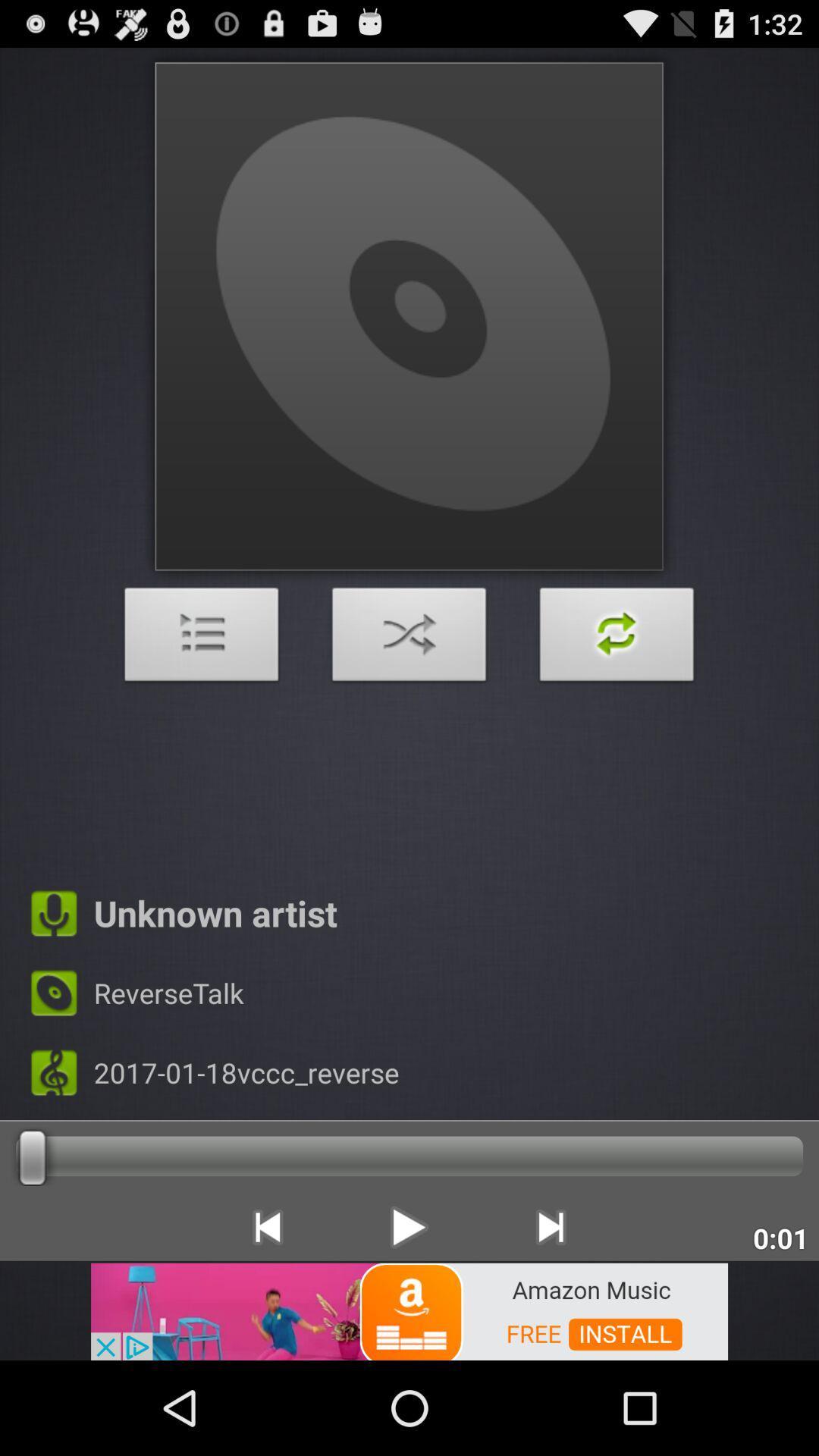 Image resolution: width=819 pixels, height=1456 pixels. What do you see at coordinates (617, 639) in the screenshot?
I see `refresh` at bounding box center [617, 639].